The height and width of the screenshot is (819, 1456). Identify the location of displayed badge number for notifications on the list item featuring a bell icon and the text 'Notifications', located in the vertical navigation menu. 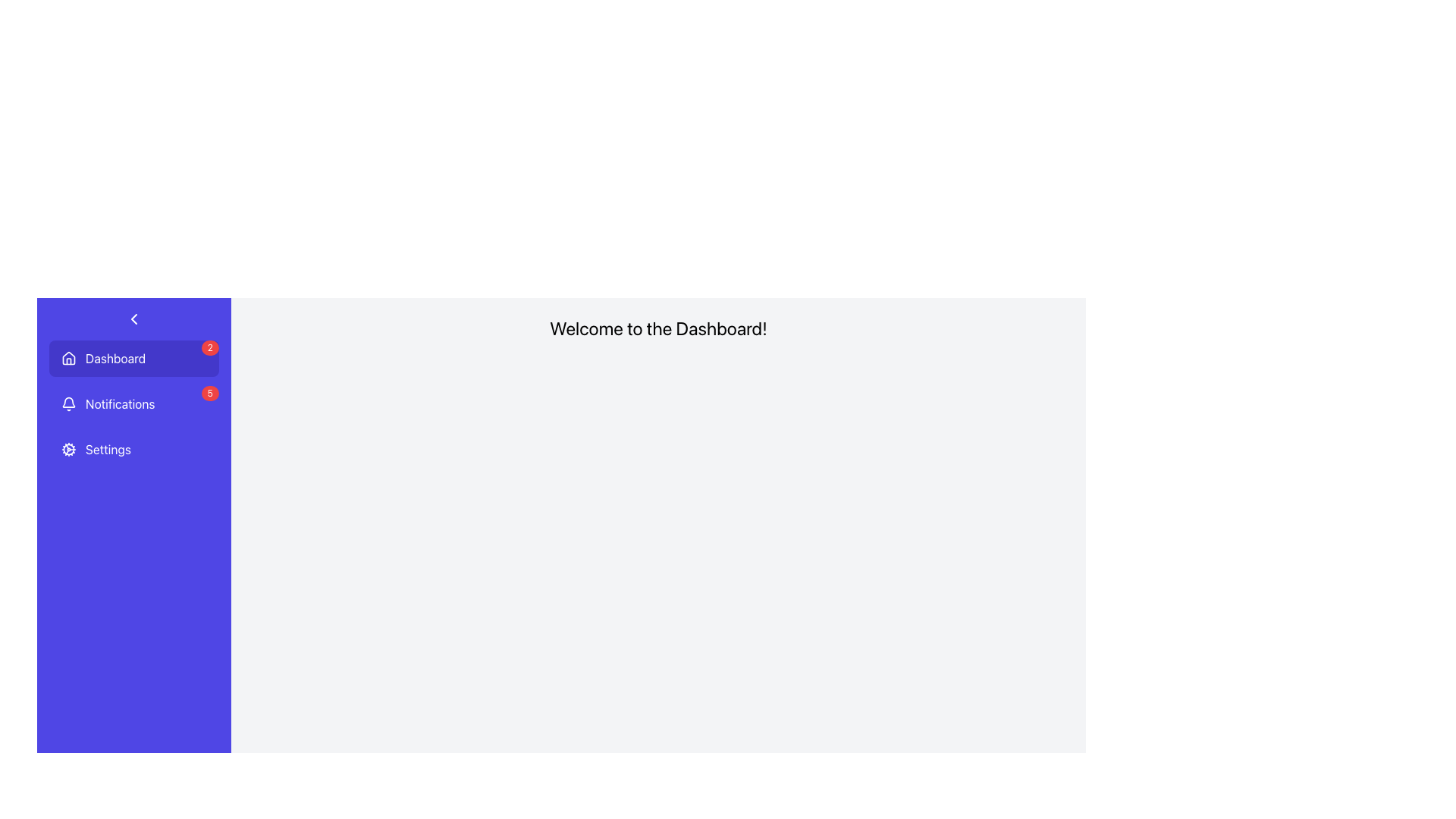
(134, 403).